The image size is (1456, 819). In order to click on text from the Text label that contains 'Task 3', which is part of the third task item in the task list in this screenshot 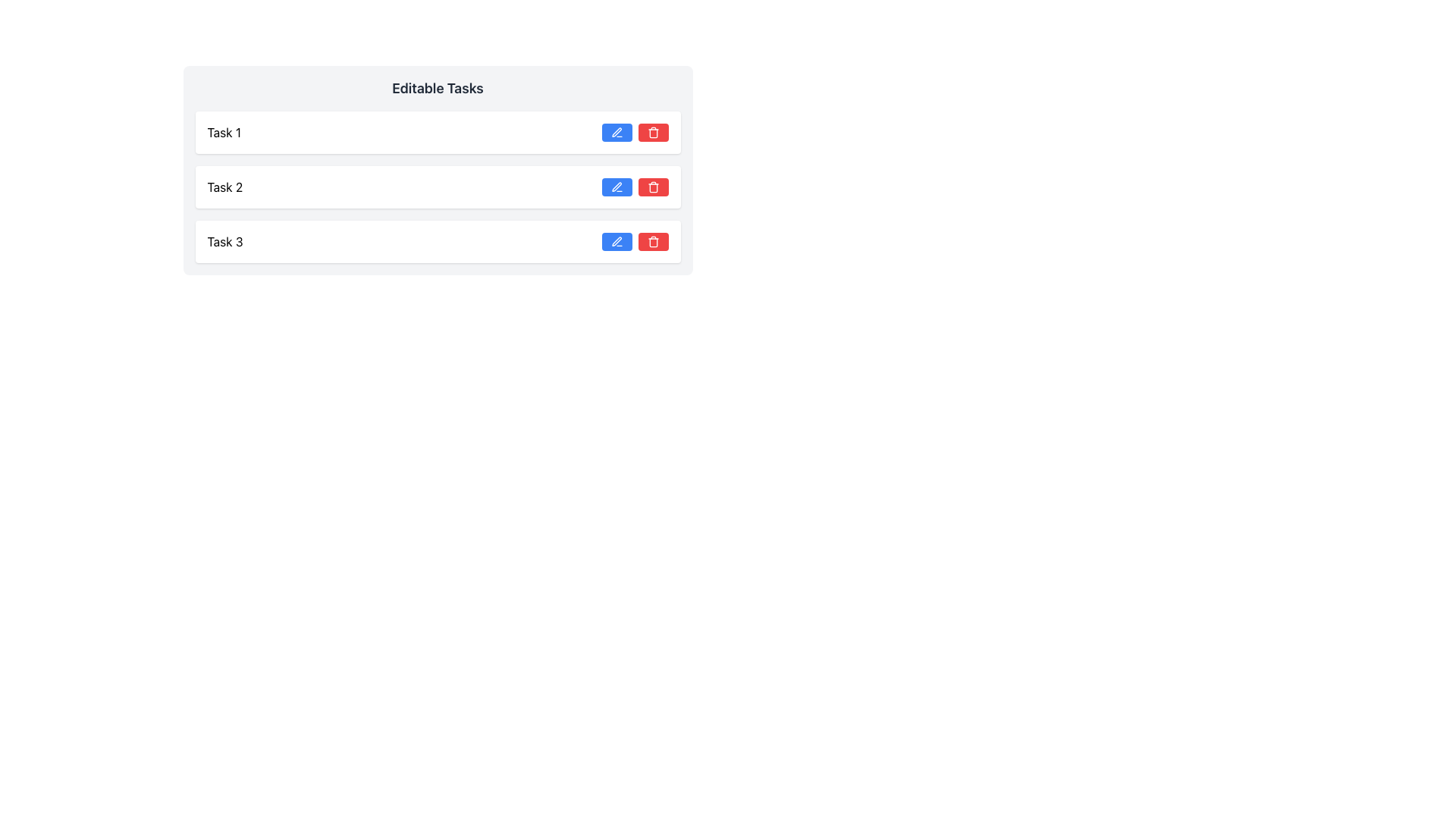, I will do `click(224, 241)`.